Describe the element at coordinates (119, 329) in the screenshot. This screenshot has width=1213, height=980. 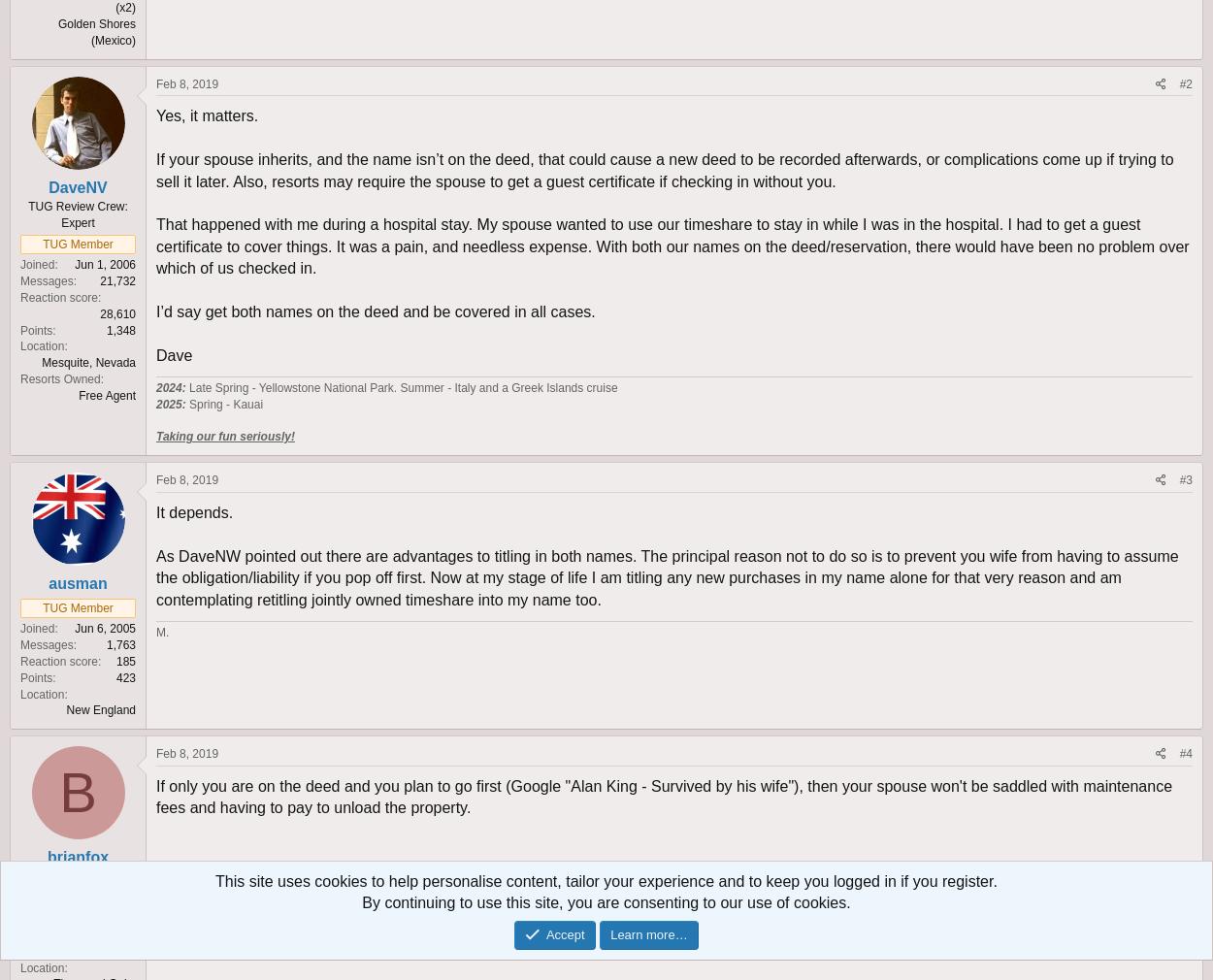
I see `'1,348'` at that location.